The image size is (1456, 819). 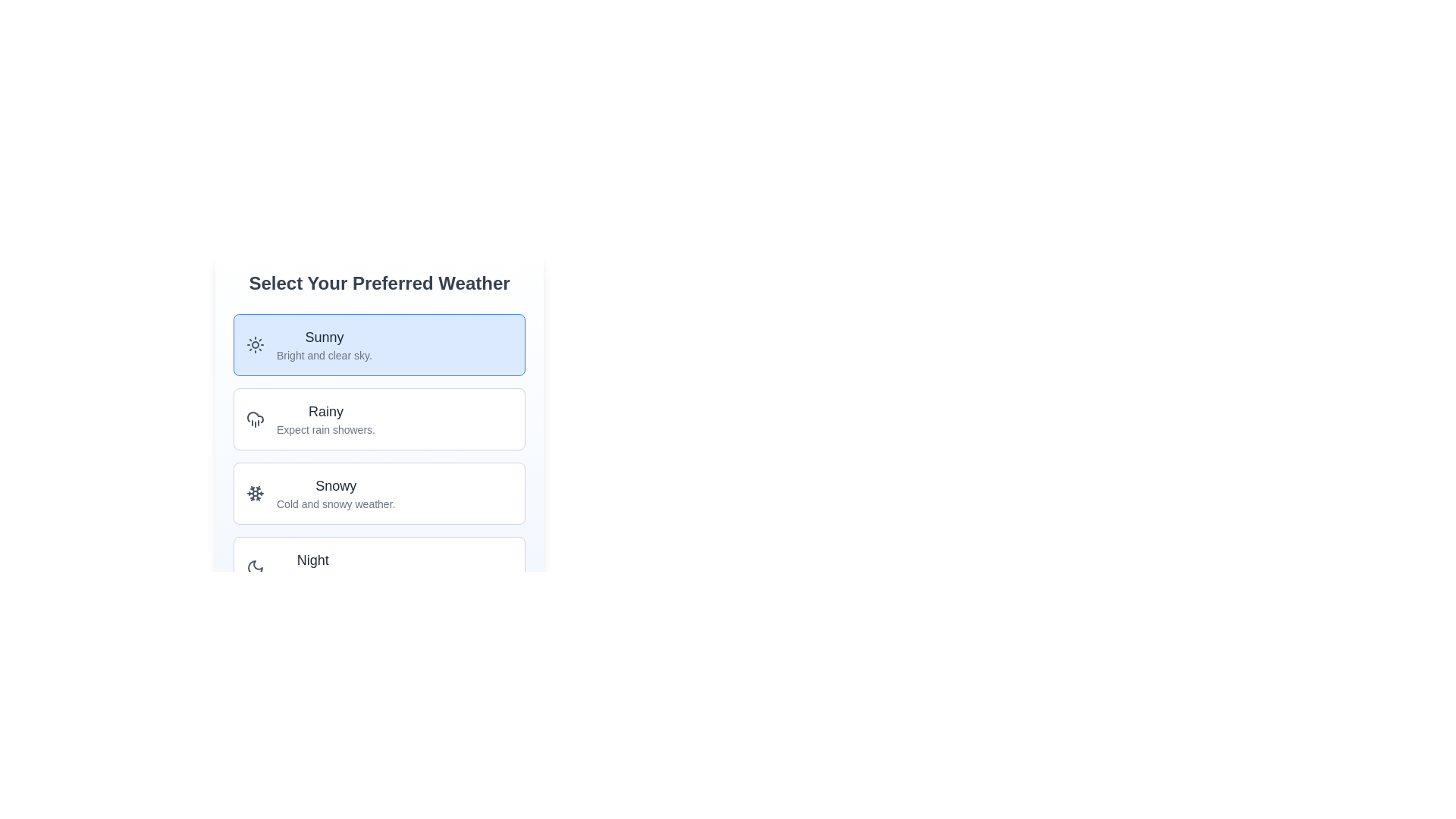 What do you see at coordinates (255, 419) in the screenshot?
I see `the 'Rainy' weather condition icon located to the left of the descriptive text, which is the first visible element in the Rainy section` at bounding box center [255, 419].